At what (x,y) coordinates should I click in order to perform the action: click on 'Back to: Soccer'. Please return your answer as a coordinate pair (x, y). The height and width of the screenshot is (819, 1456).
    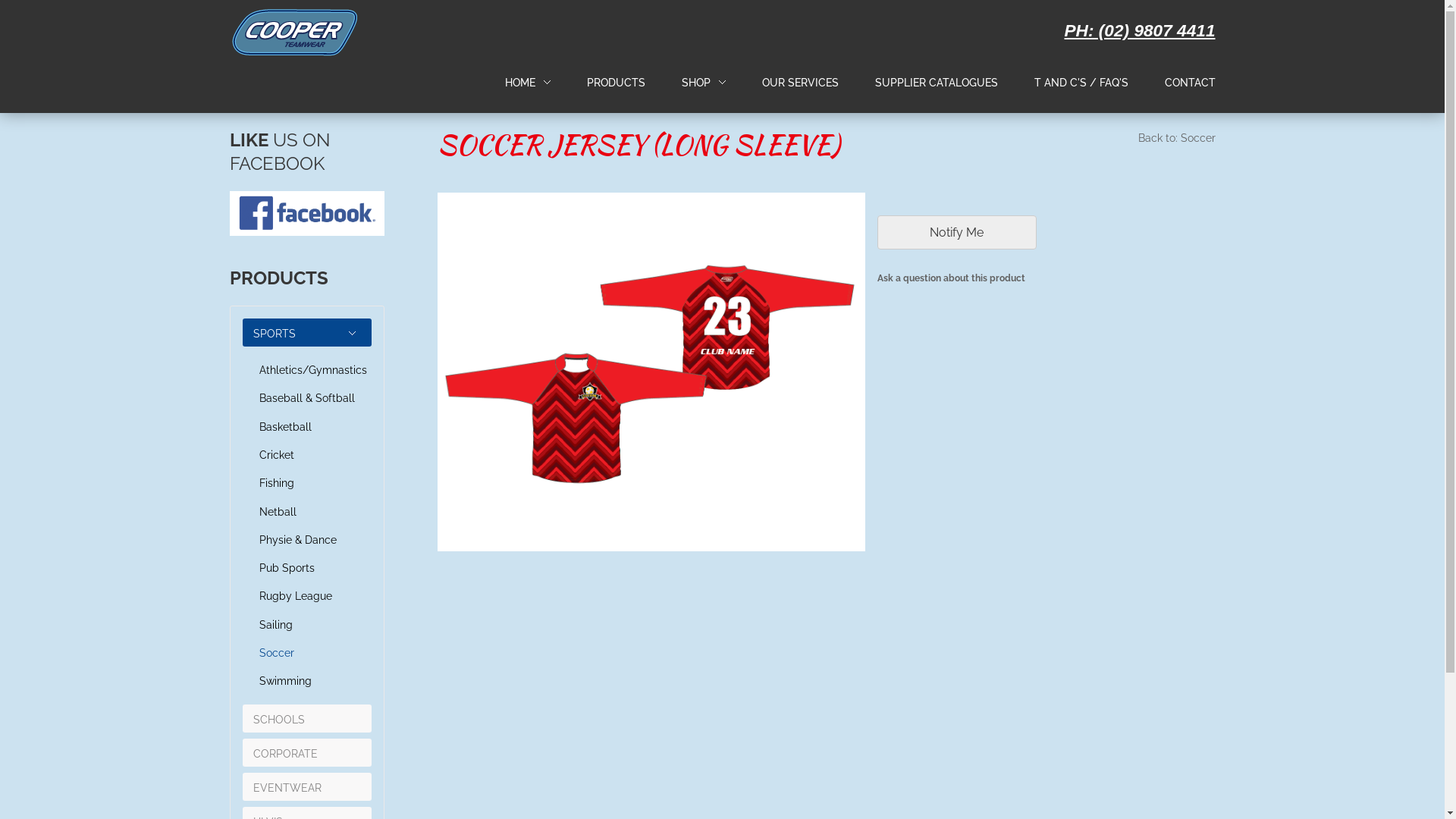
    Looking at the image, I should click on (1175, 140).